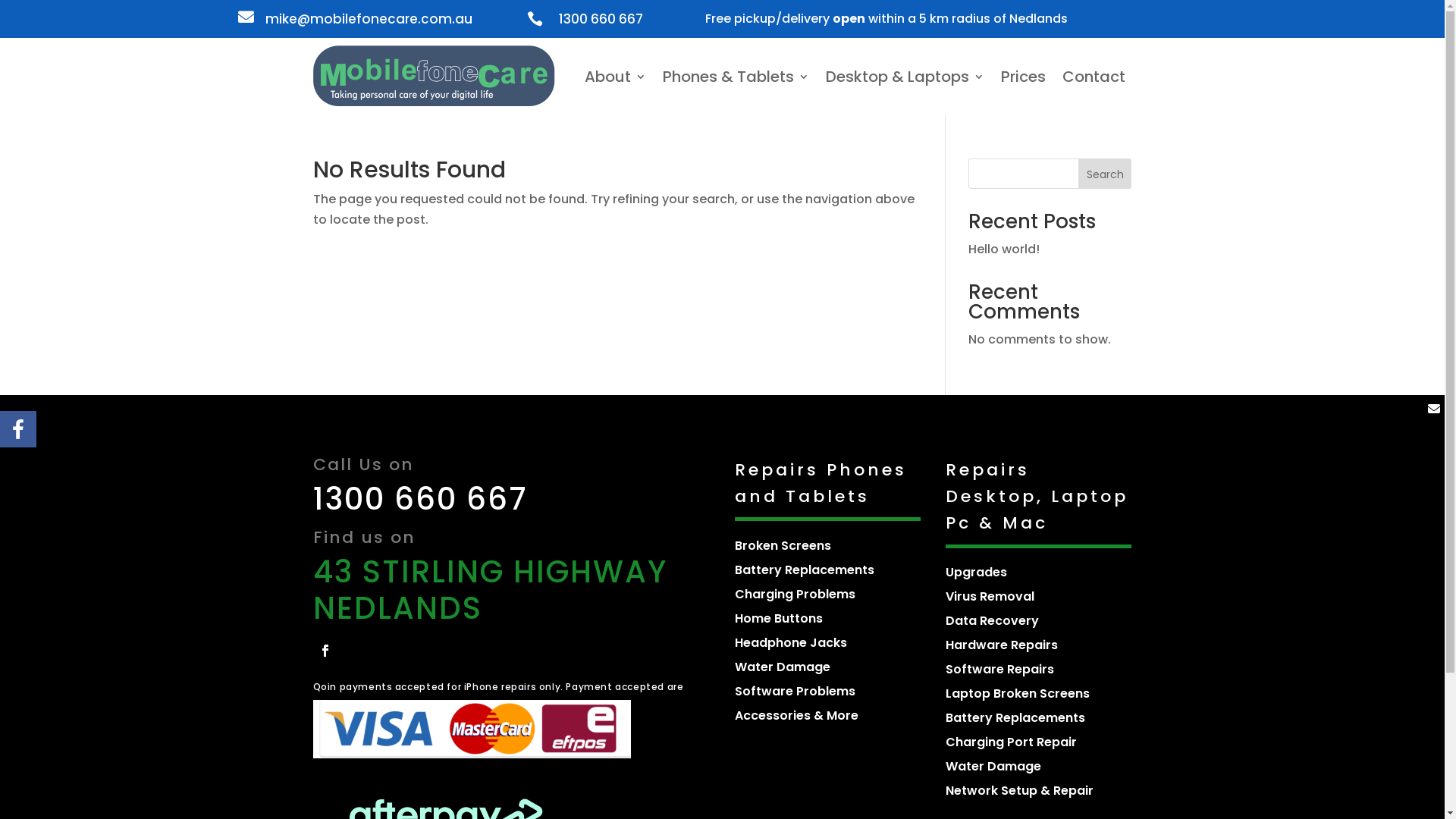 The image size is (1456, 819). I want to click on 'Water Damage', so click(783, 666).